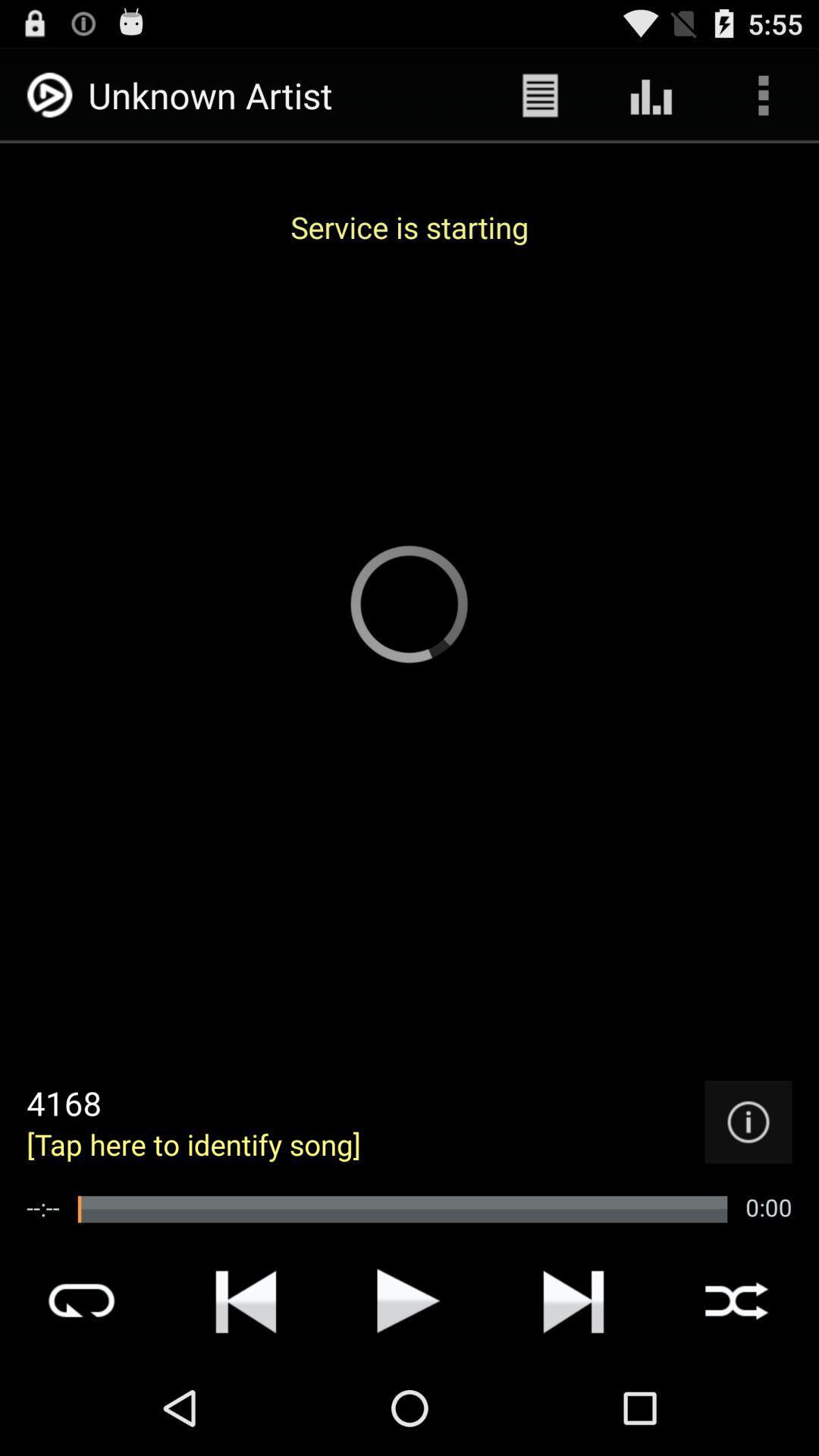 This screenshot has height=1456, width=819. Describe the element at coordinates (748, 1122) in the screenshot. I see `item above the 0:00 app` at that location.